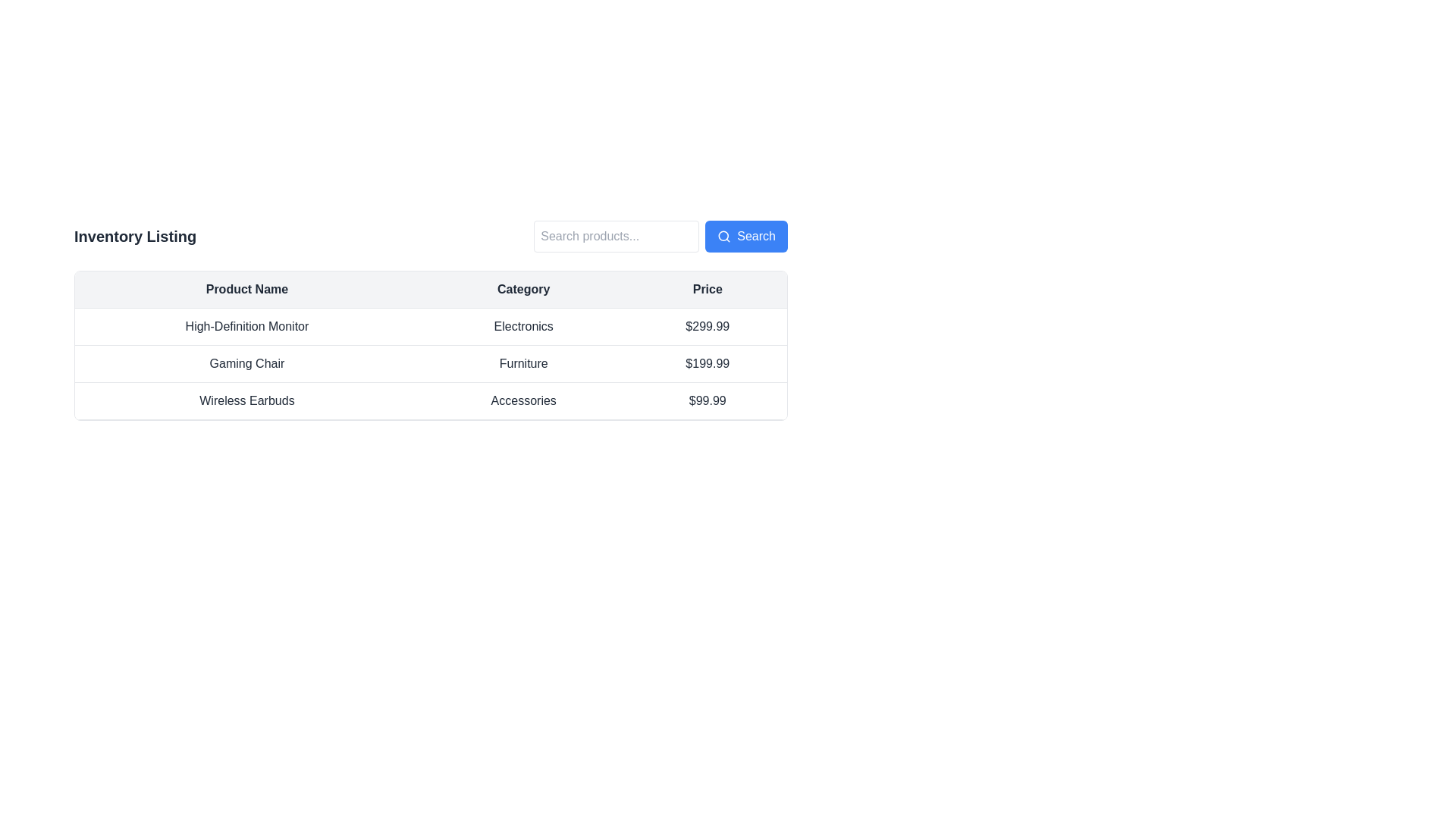 The width and height of the screenshot is (1456, 819). I want to click on the second row of the table, which displays details of listed products, so click(430, 345).